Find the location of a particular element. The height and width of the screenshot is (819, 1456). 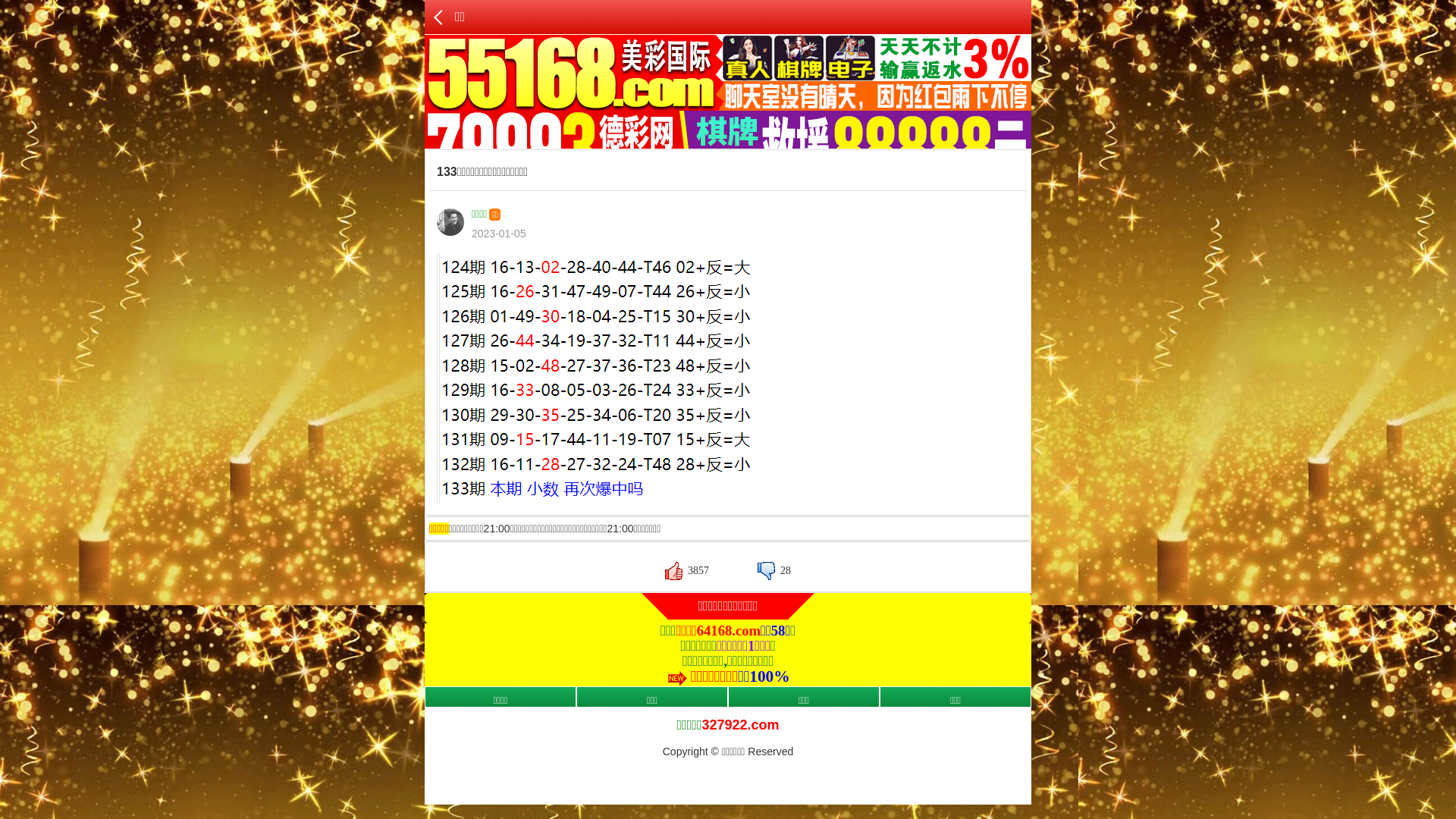

'28' is located at coordinates (774, 570).